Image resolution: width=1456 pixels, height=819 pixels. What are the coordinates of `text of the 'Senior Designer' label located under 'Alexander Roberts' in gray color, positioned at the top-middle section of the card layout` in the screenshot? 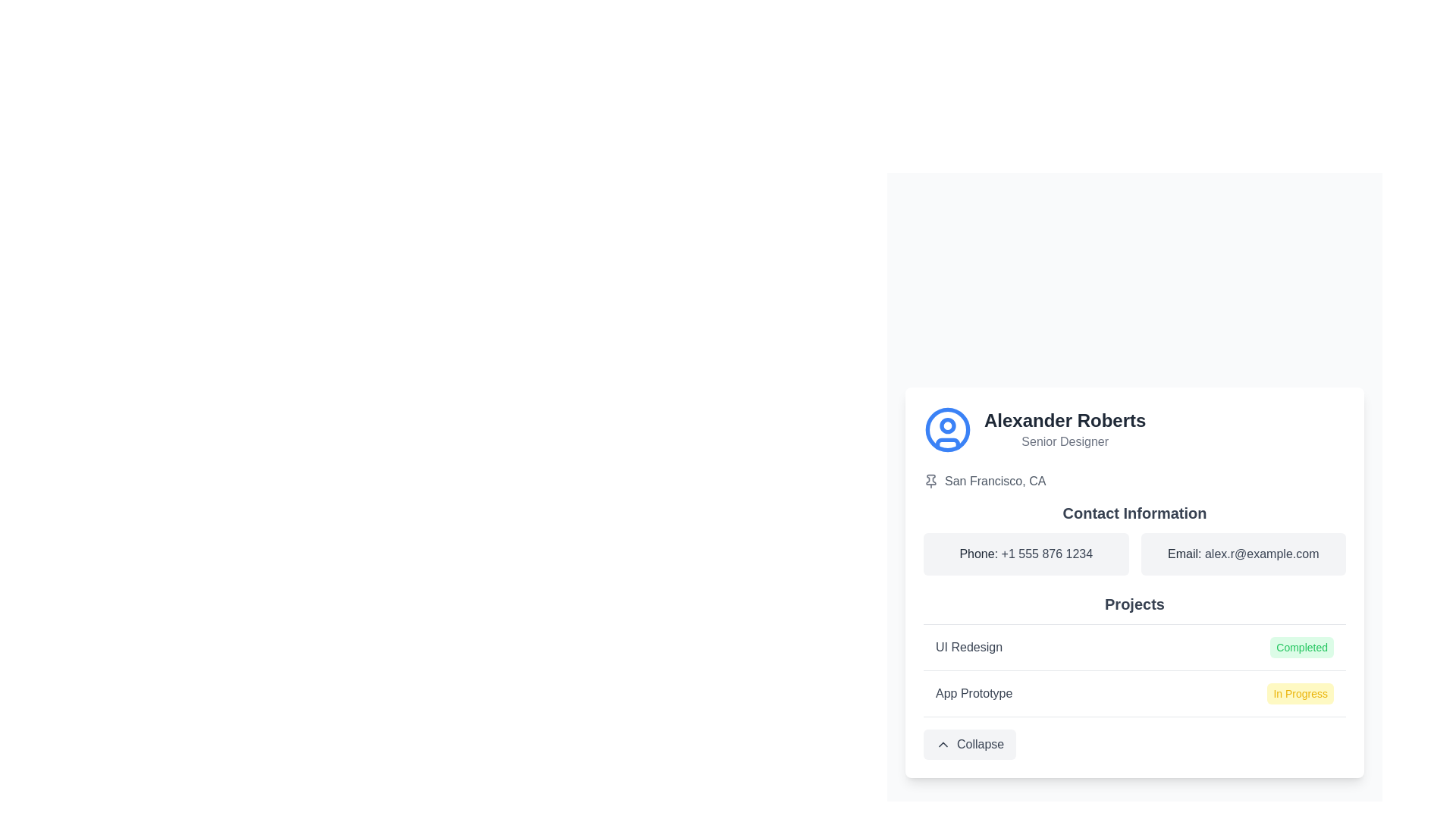 It's located at (1064, 441).